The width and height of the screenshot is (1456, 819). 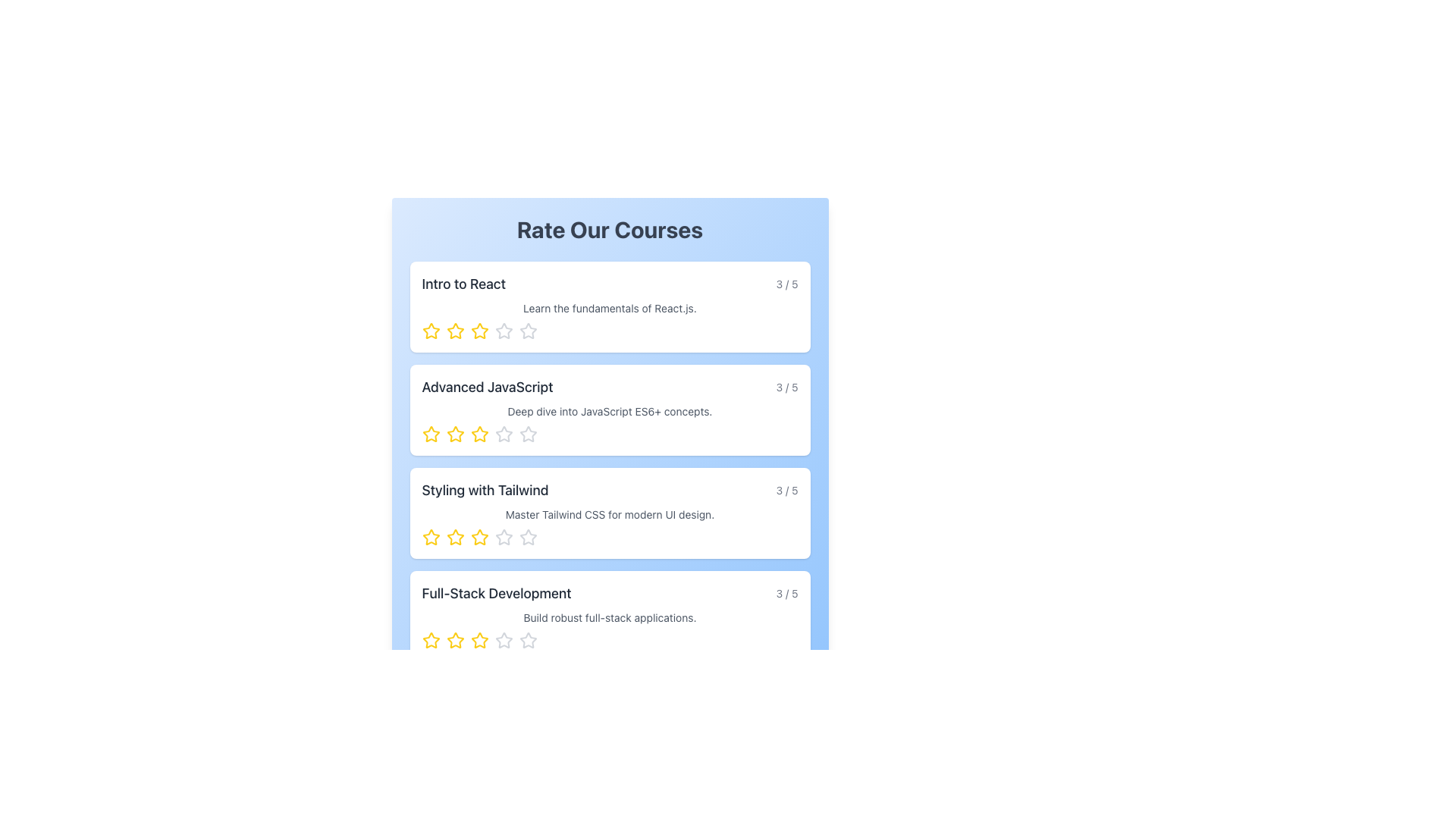 I want to click on the fourth inactive rating star for the course 'Styling with Tailwind' to set a 4-star rating, so click(x=504, y=537).